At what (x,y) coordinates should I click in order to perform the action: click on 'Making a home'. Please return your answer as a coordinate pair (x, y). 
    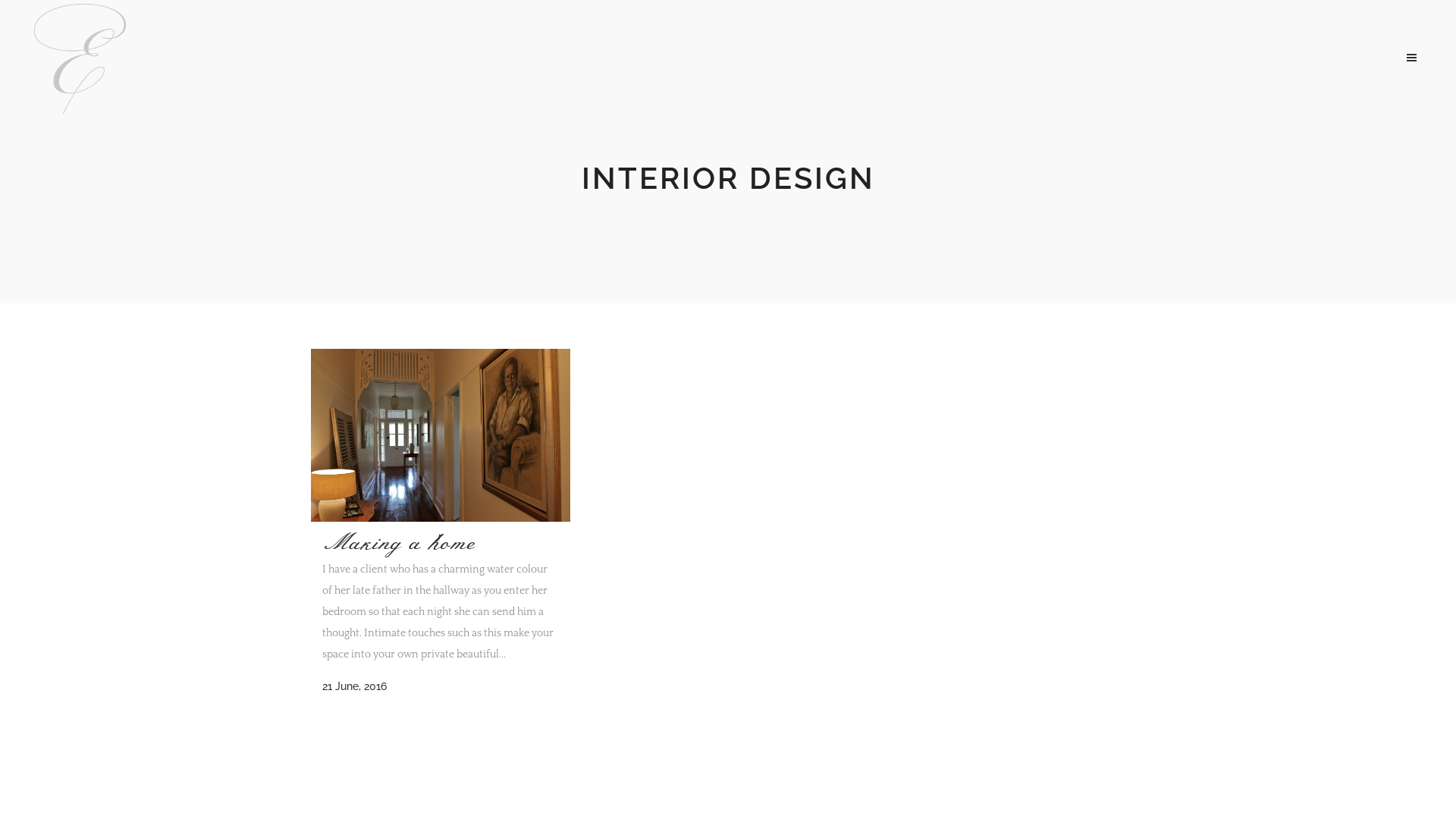
    Looking at the image, I should click on (439, 435).